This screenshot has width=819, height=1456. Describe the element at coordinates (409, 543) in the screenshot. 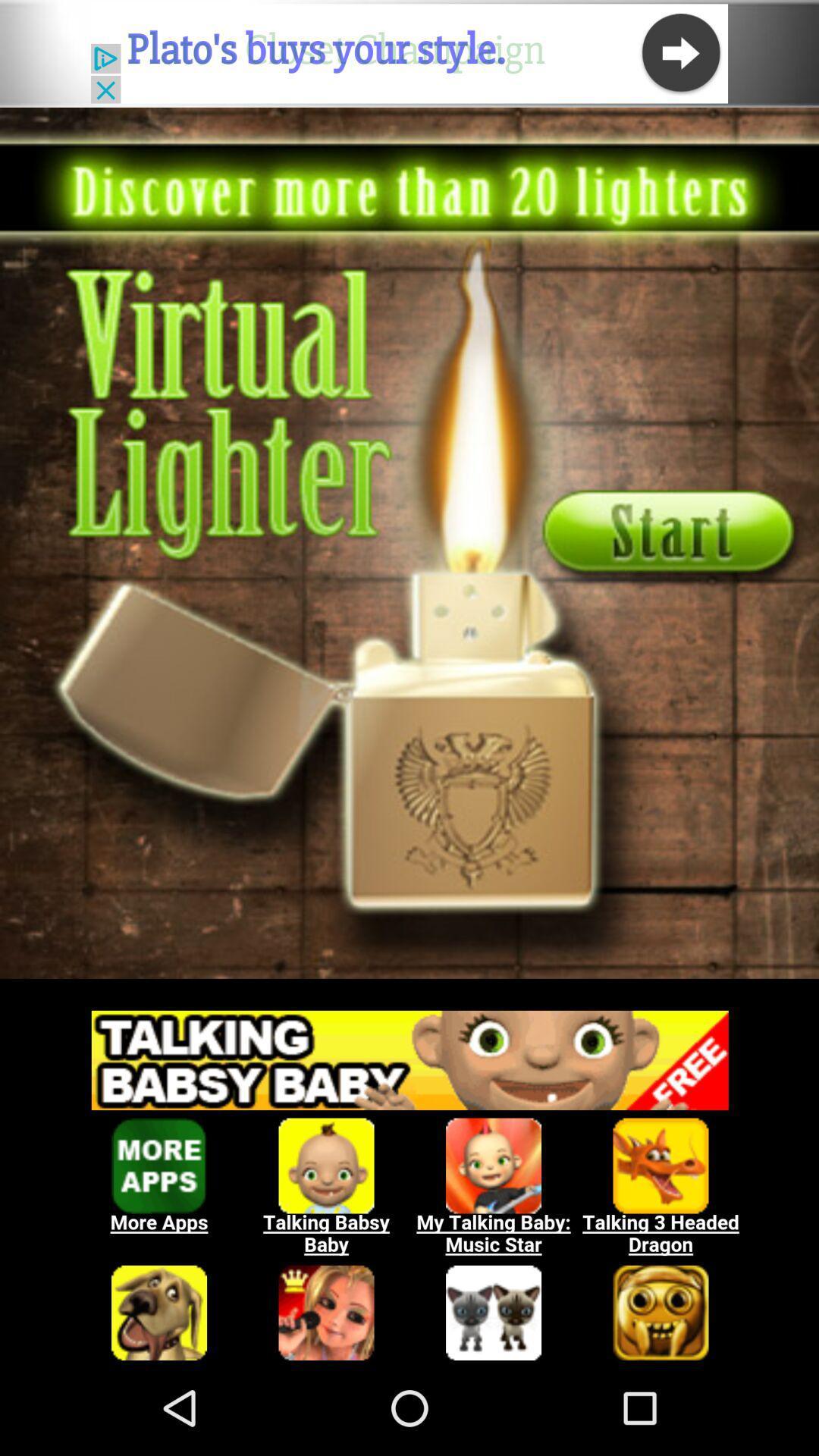

I see `game` at that location.